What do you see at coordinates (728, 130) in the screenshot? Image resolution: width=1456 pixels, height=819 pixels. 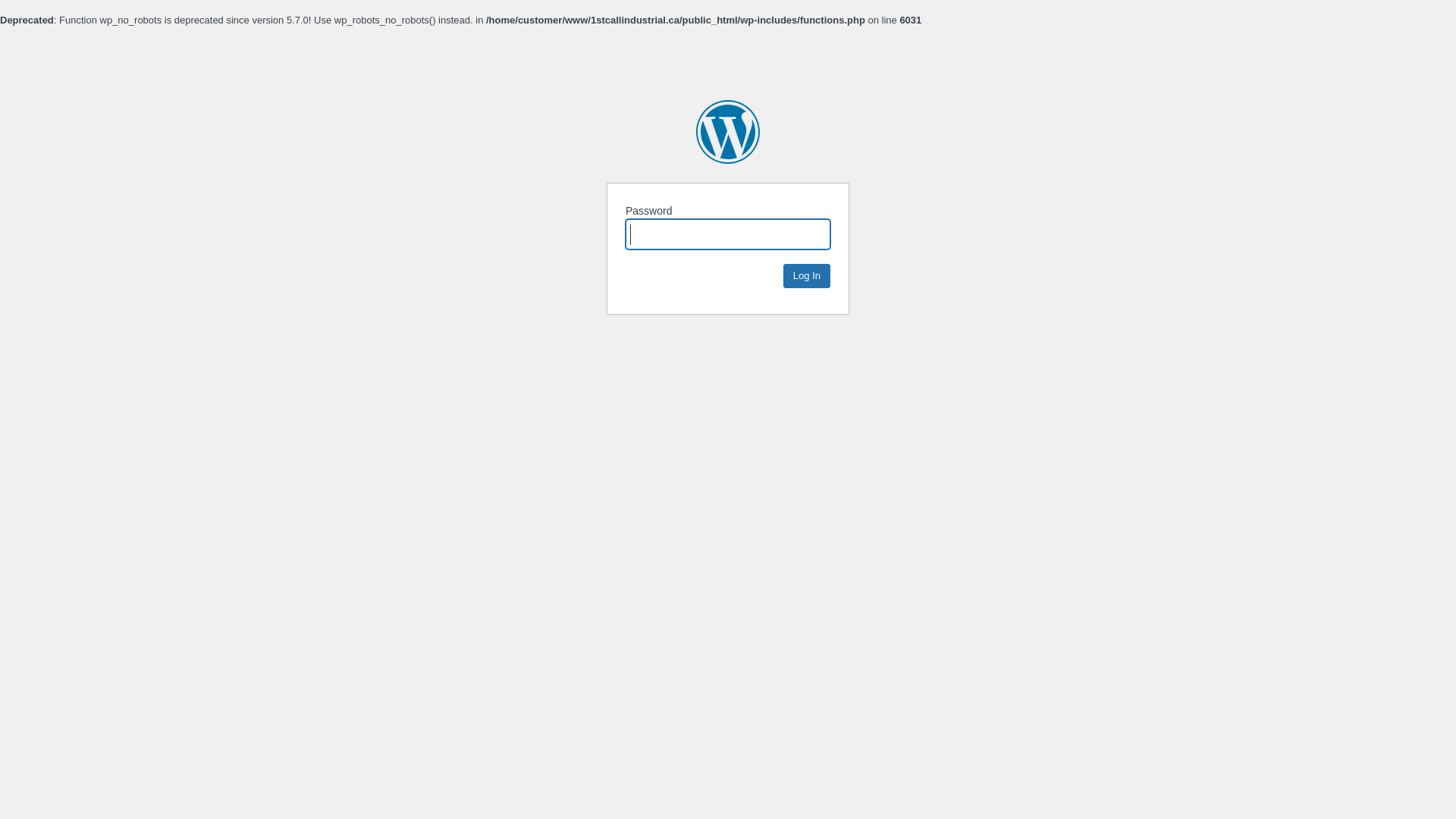 I see `'1st Call Industrial Ltd.'` at bounding box center [728, 130].